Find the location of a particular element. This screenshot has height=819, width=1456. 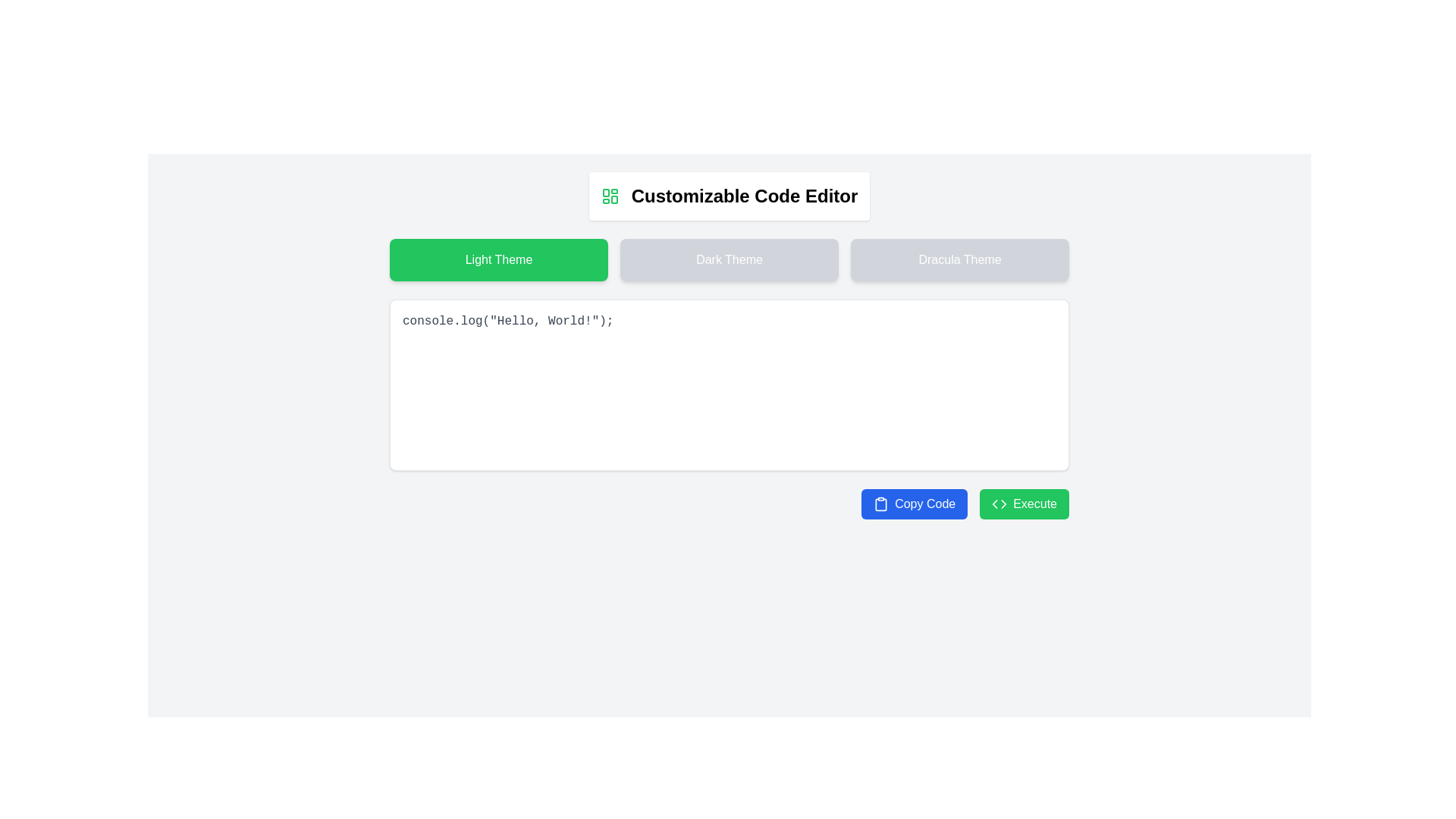

the 'Dark Theme' button, which is a rectangular button with a gray background that transitions to green on hover, featuring white text and rounded corners is located at coordinates (729, 259).